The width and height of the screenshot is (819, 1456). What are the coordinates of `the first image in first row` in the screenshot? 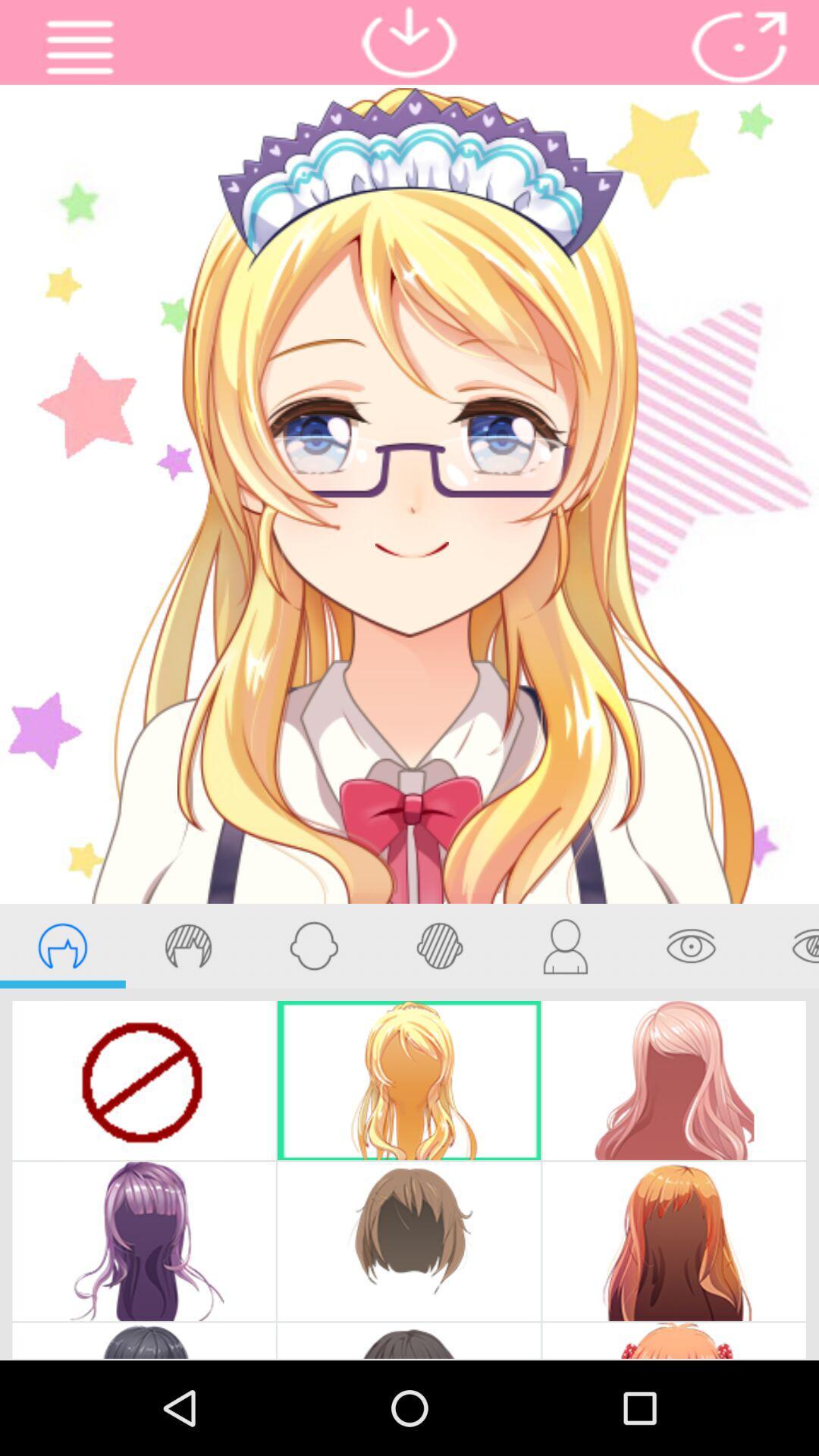 It's located at (144, 1080).